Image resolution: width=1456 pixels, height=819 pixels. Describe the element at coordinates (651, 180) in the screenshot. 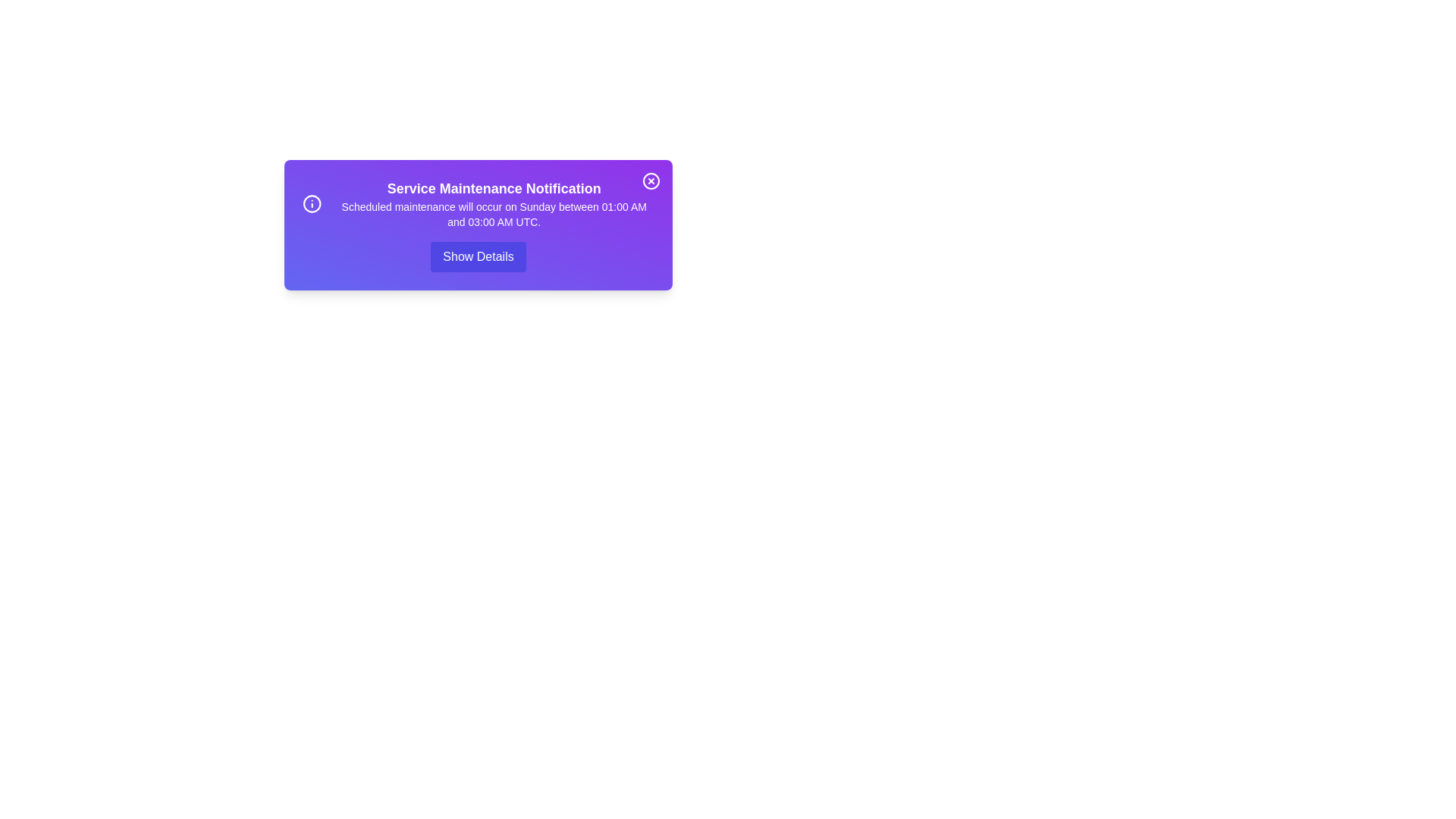

I see `the close button at the top-right corner of the notification alert` at that location.